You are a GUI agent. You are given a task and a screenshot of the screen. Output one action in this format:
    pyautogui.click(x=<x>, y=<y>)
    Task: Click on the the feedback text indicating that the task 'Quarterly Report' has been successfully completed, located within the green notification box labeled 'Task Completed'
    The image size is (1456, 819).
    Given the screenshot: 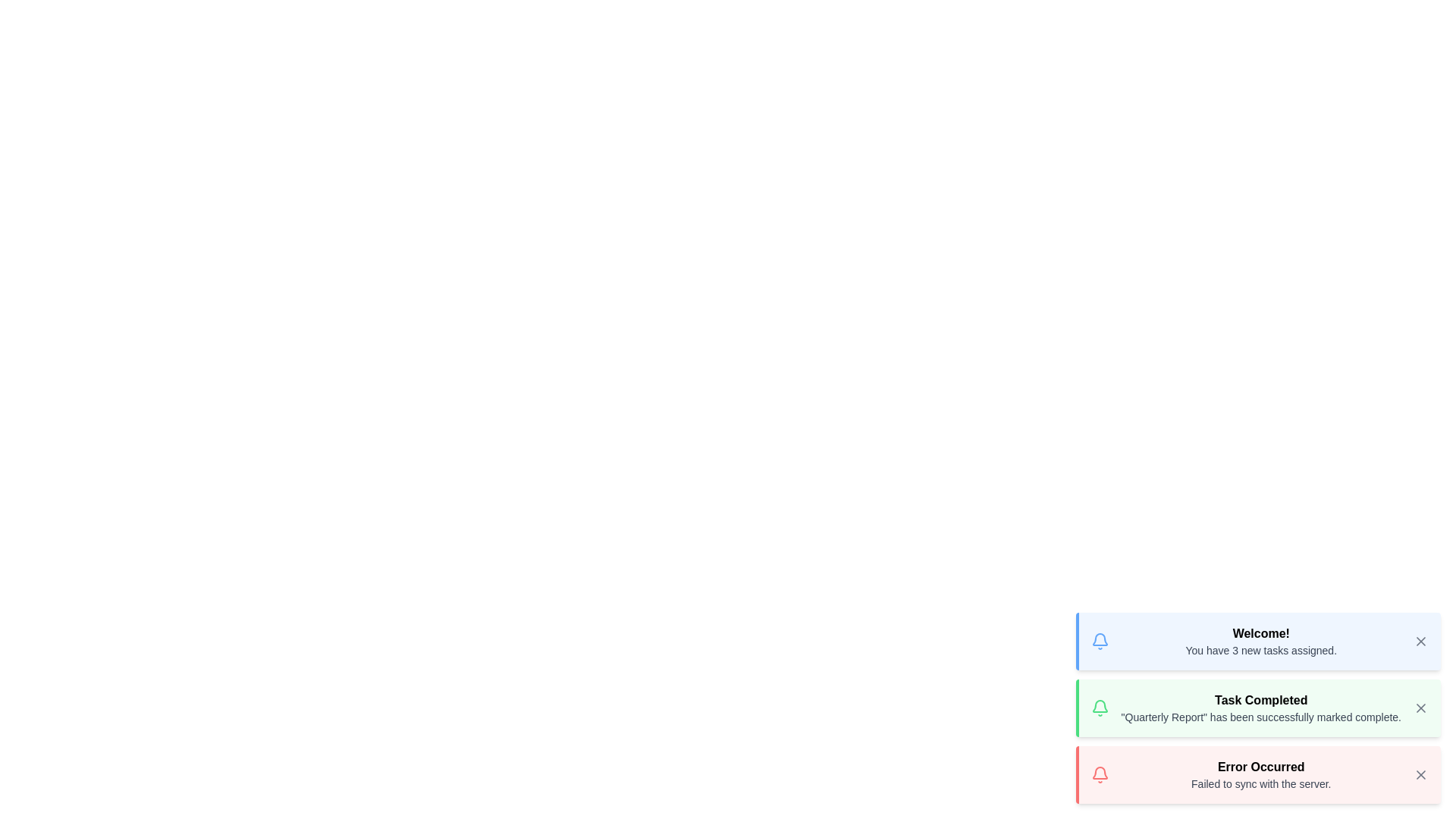 What is the action you would take?
    pyautogui.click(x=1261, y=717)
    